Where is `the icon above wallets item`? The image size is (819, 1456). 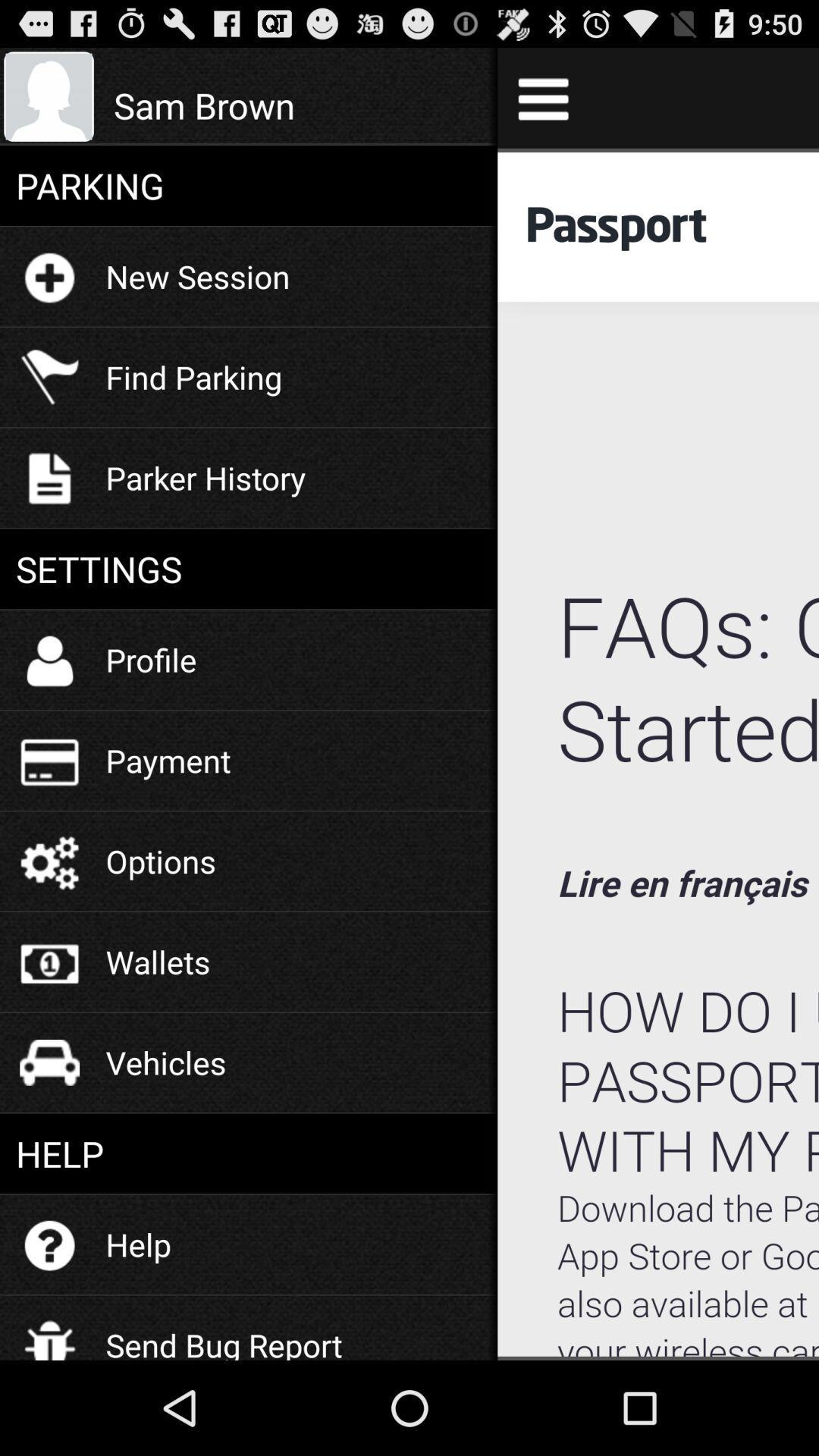
the icon above wallets item is located at coordinates (161, 861).